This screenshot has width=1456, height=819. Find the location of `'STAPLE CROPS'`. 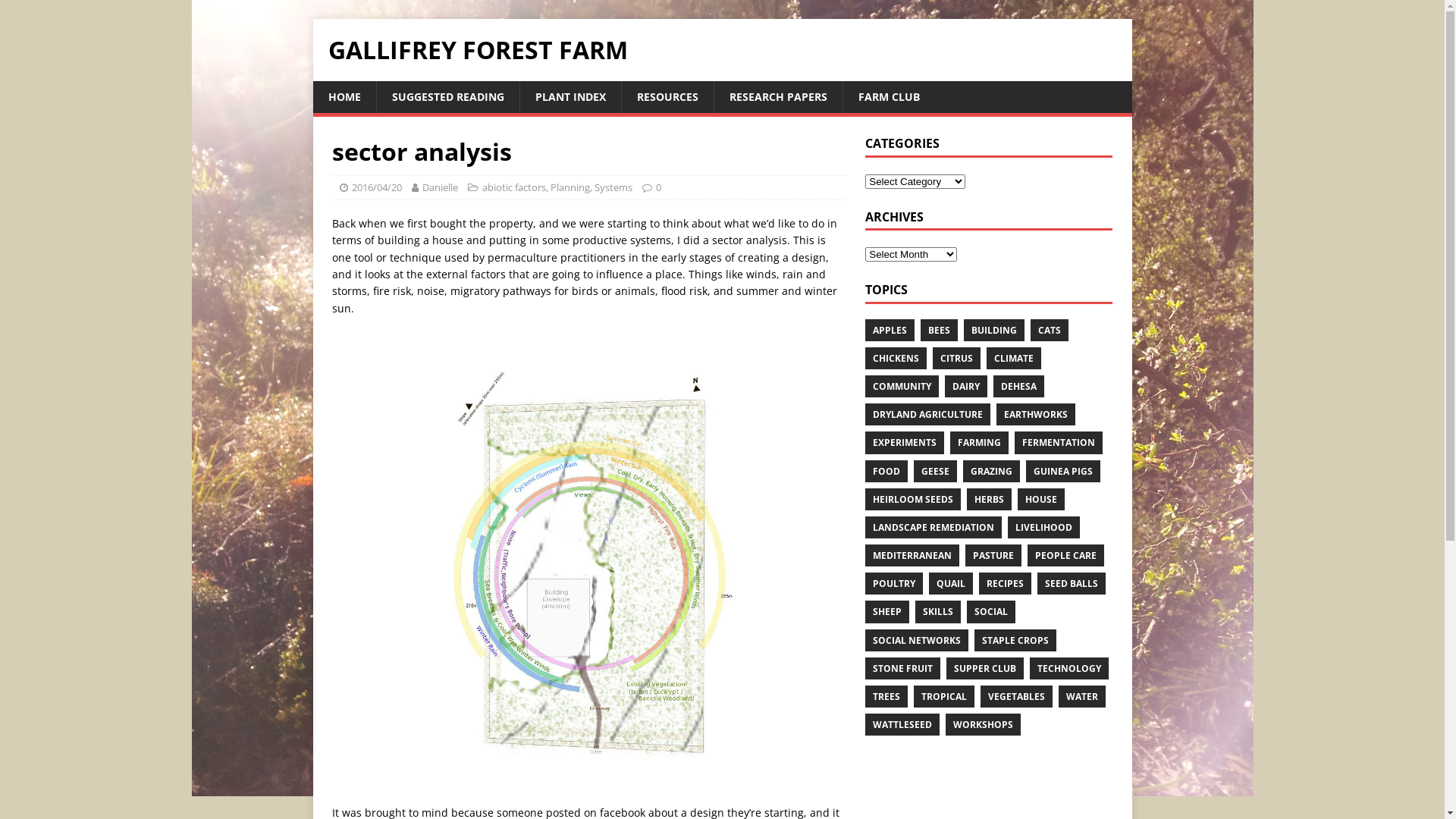

'STAPLE CROPS' is located at coordinates (1015, 640).